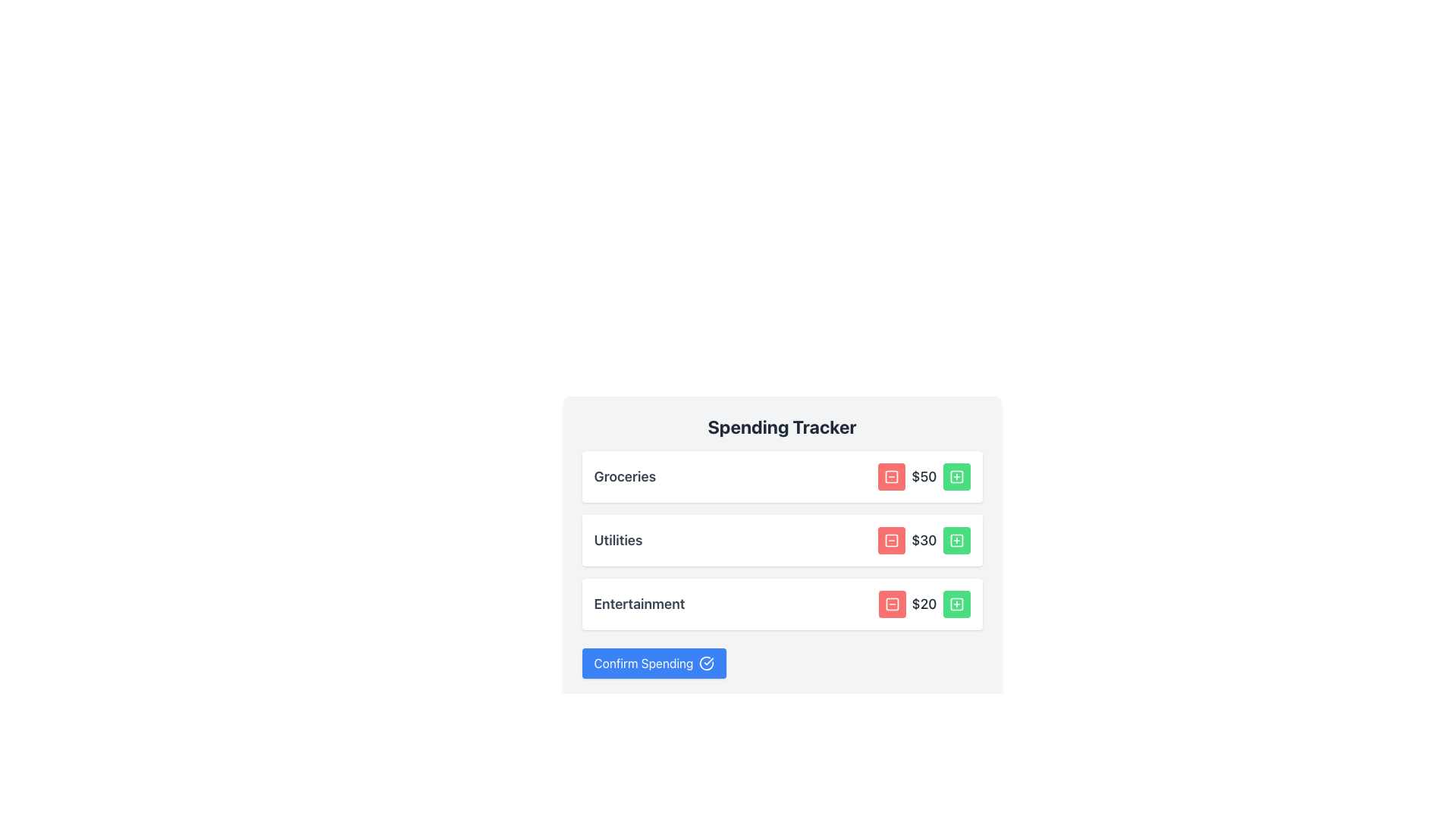 The height and width of the screenshot is (819, 1456). What do you see at coordinates (923, 475) in the screenshot?
I see `the text display showing the value '$50' in gray, located between the red minus button and the green plus button in the 'Groceries' row of the spending tracker interface` at bounding box center [923, 475].